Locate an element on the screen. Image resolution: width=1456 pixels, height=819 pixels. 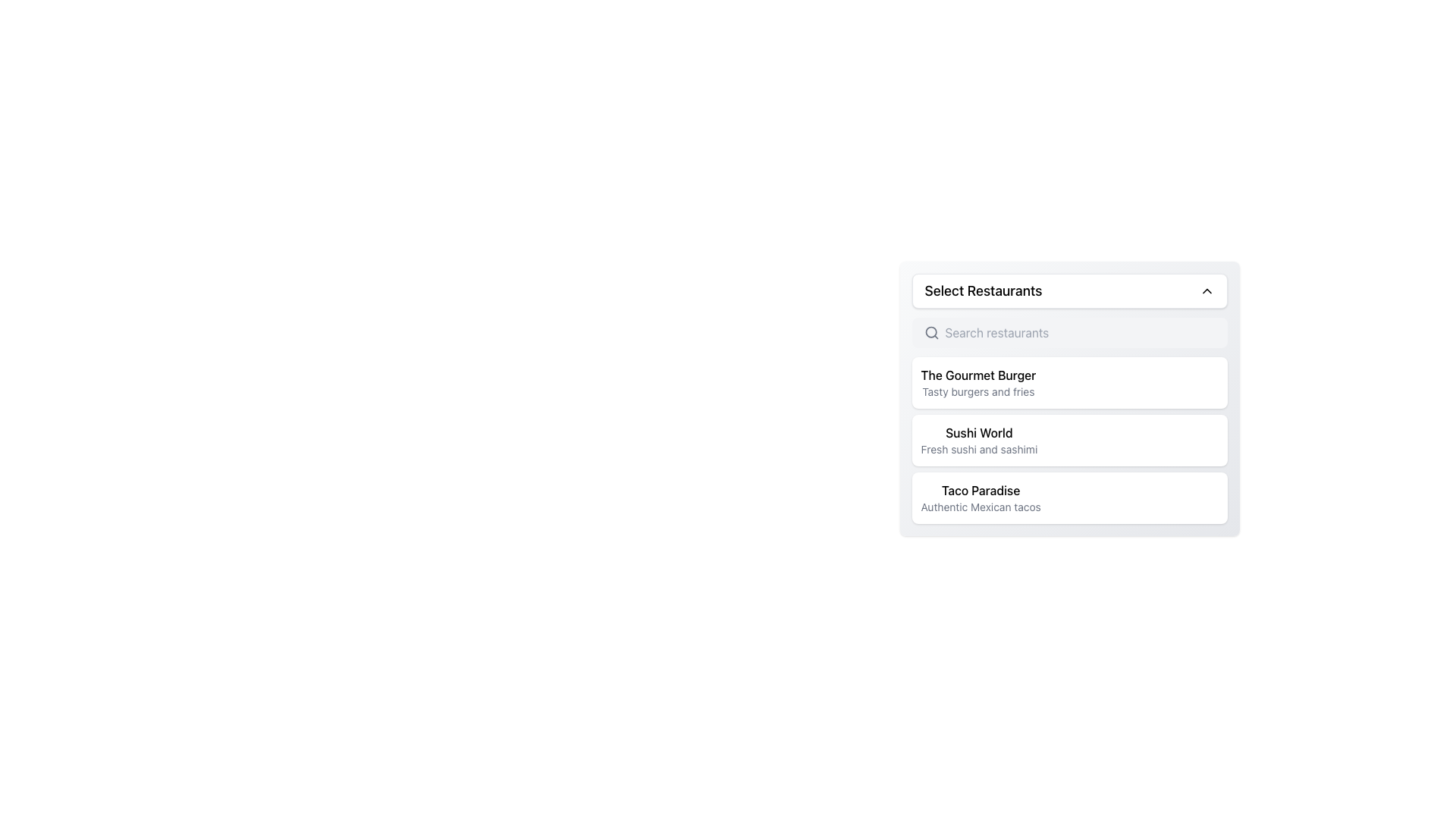
the text element representing 'Taco Paradise' within a selectable card is located at coordinates (981, 497).